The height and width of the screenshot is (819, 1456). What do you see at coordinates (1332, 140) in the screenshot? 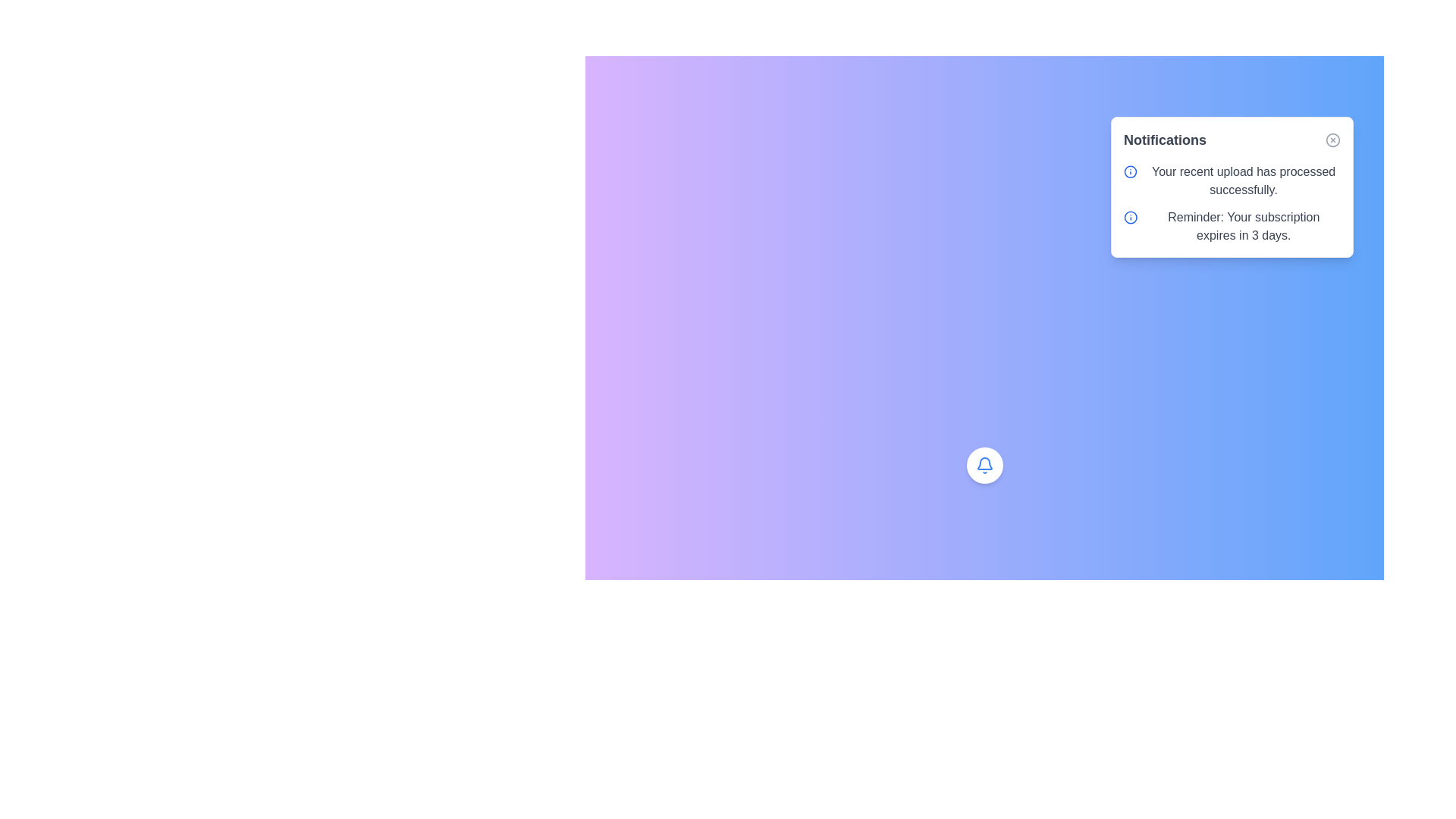
I see `the close button located at the top-right corner of the notification card` at bounding box center [1332, 140].